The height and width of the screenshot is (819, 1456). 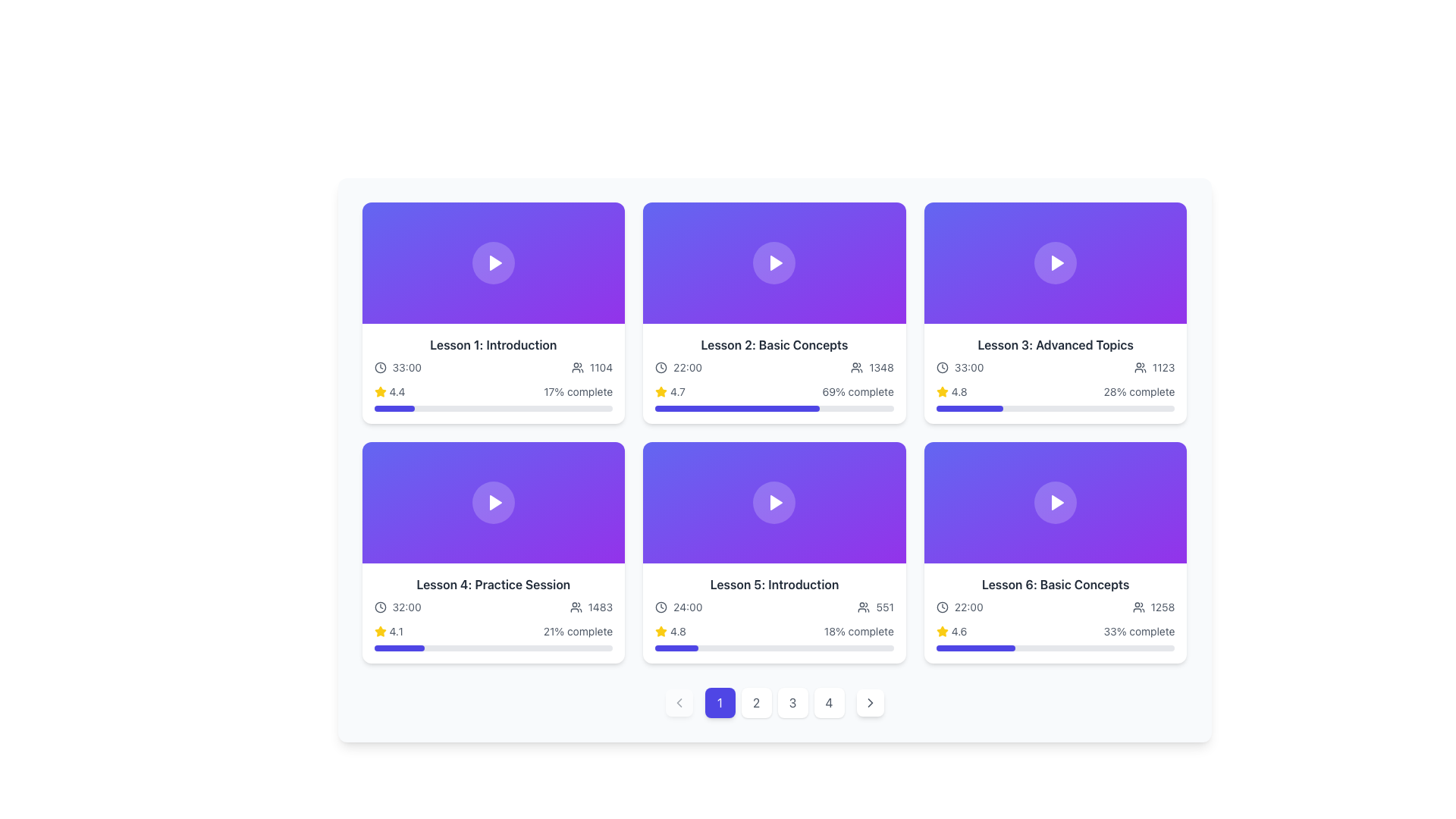 I want to click on the circular button with a triangular play icon at the center of the 'Lesson 5: Introduction' card to play the video, so click(x=774, y=503).